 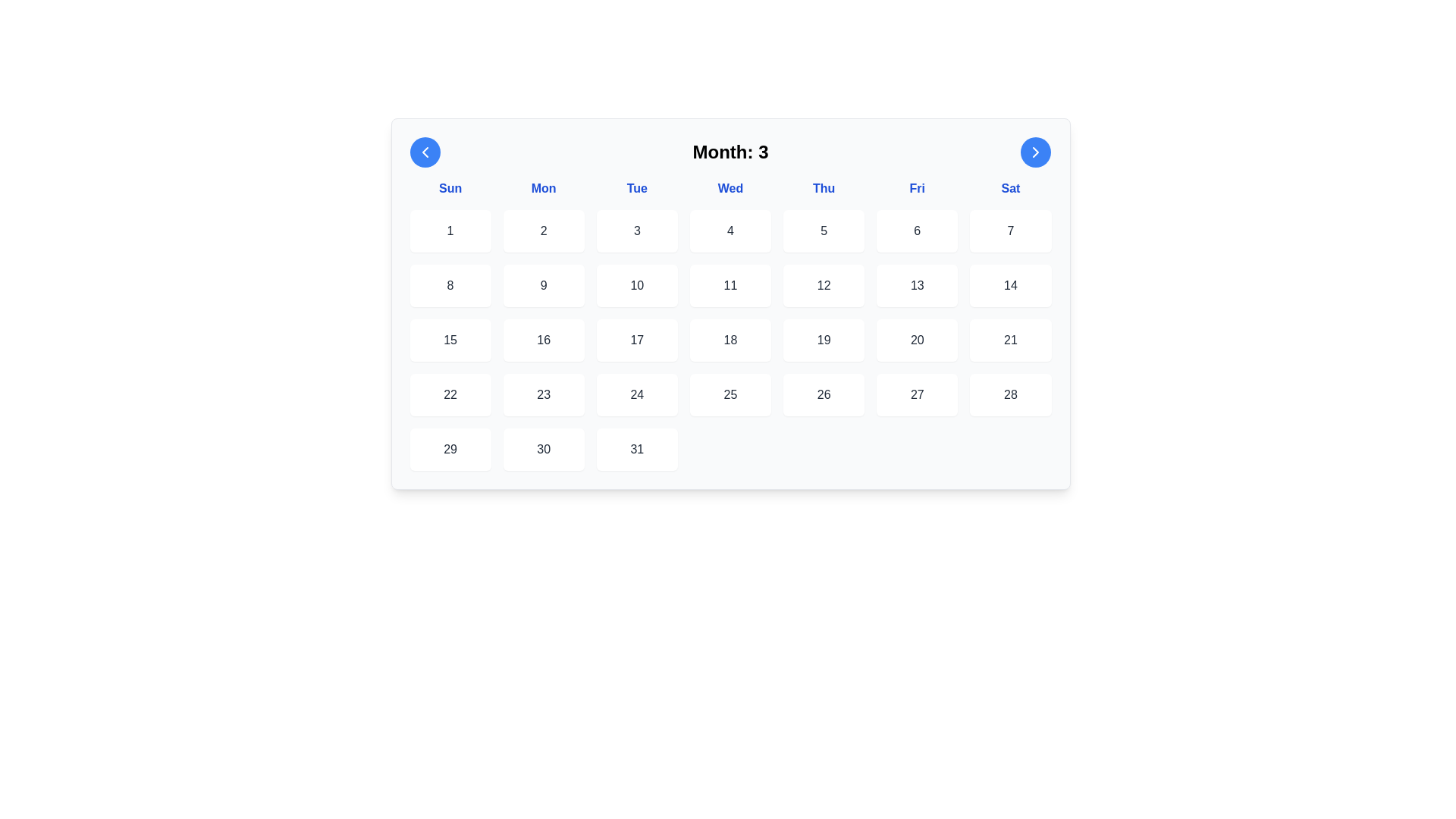 What do you see at coordinates (1010, 231) in the screenshot?
I see `the Calendar day cell displaying the number '7' in the top row under the 'Sat' column heading` at bounding box center [1010, 231].